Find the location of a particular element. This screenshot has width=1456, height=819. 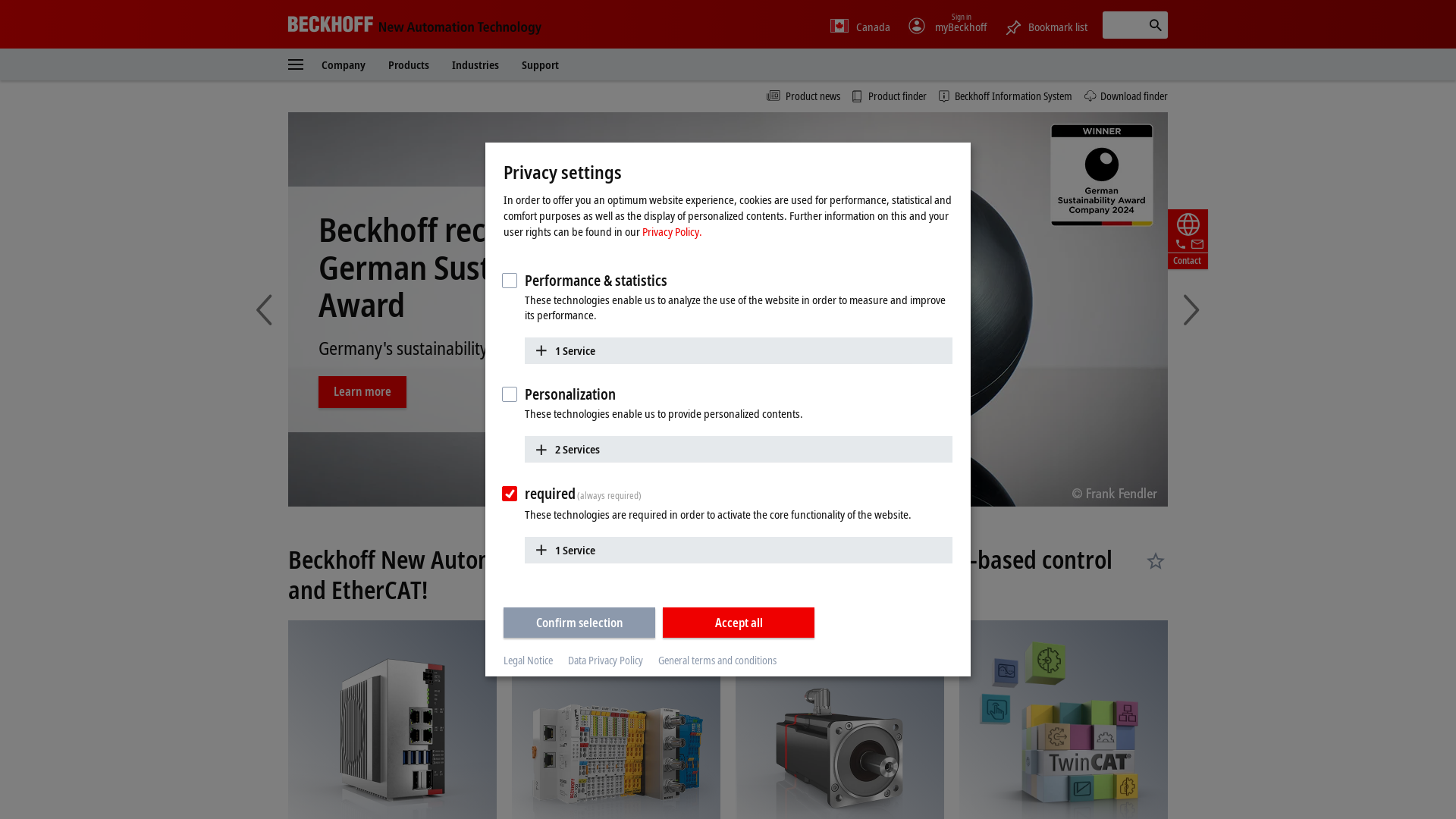

'Privacy Policy.' is located at coordinates (642, 231).